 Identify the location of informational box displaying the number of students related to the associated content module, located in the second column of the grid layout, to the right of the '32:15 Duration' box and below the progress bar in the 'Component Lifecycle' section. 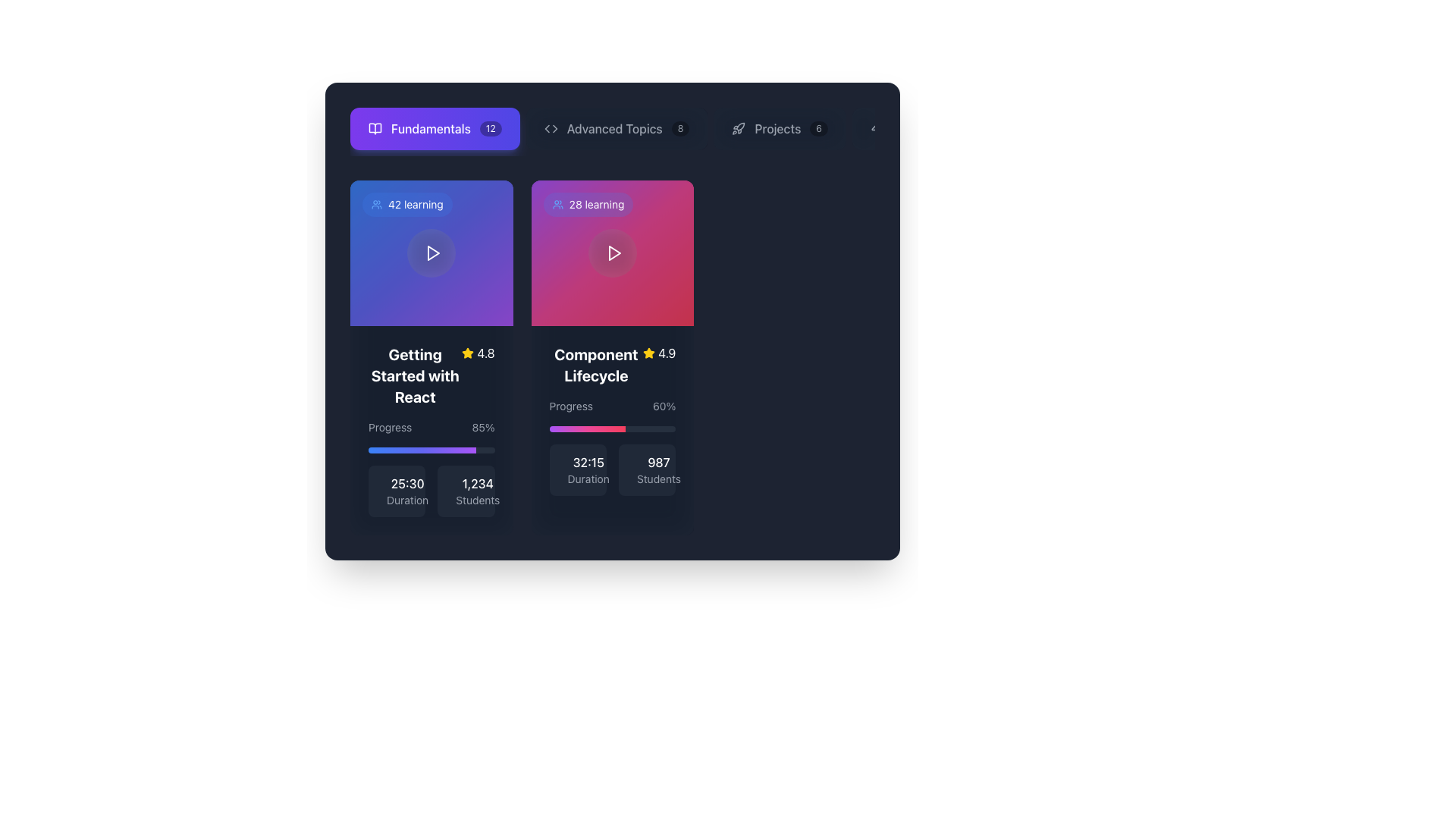
(647, 469).